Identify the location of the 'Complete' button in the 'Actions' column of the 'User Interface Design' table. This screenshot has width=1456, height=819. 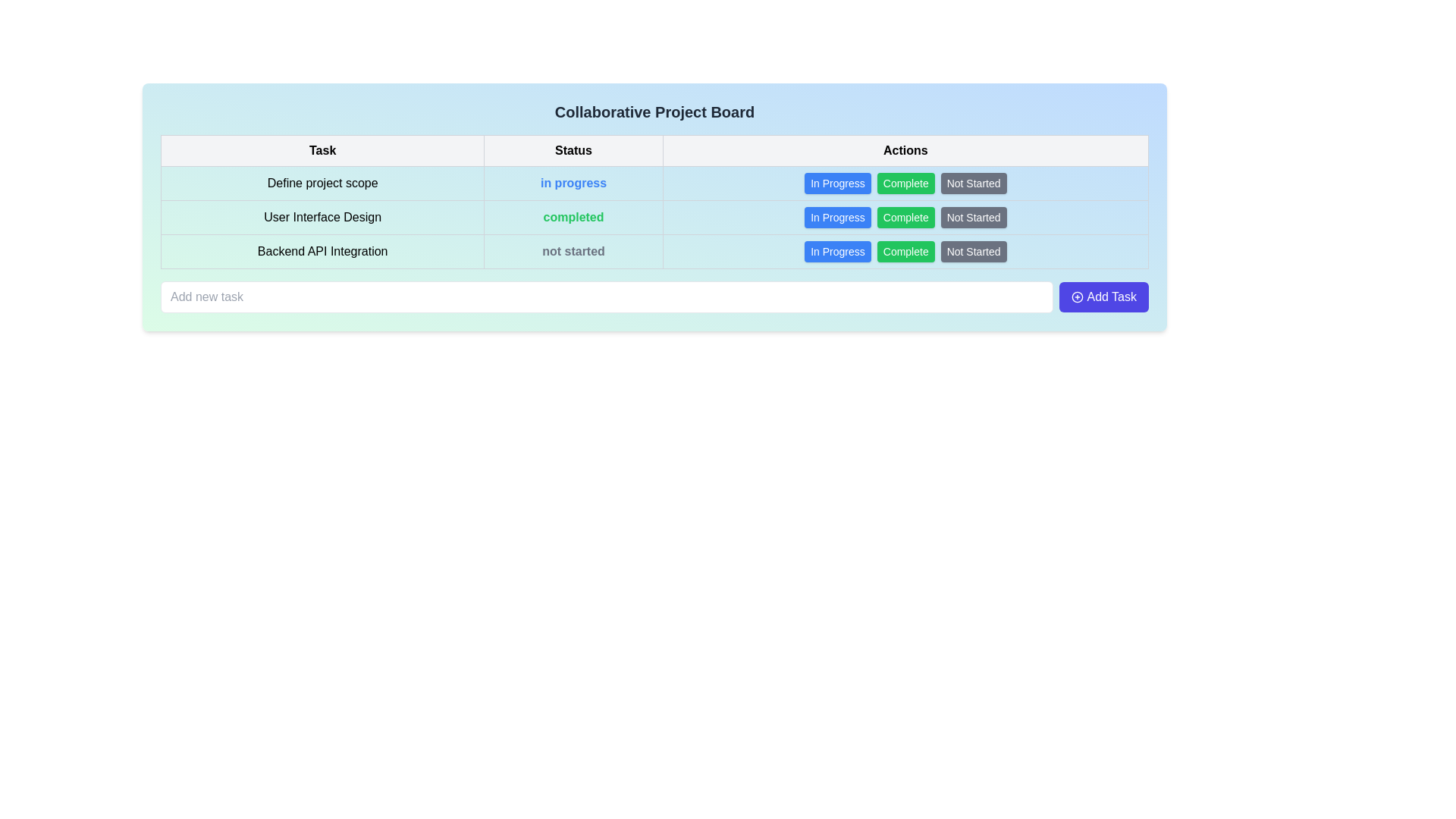
(905, 217).